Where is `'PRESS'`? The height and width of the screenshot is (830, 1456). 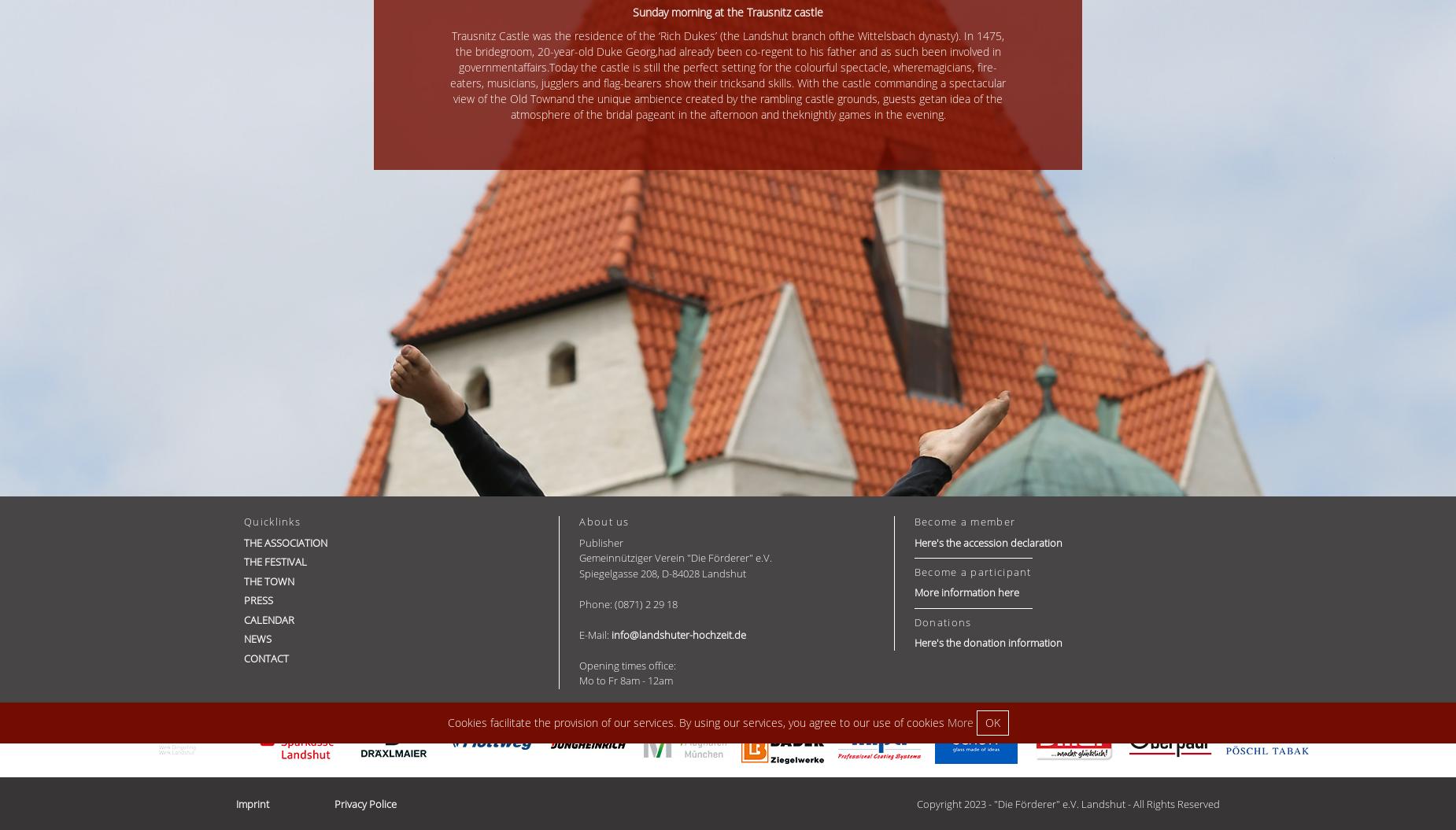
'PRESS' is located at coordinates (257, 599).